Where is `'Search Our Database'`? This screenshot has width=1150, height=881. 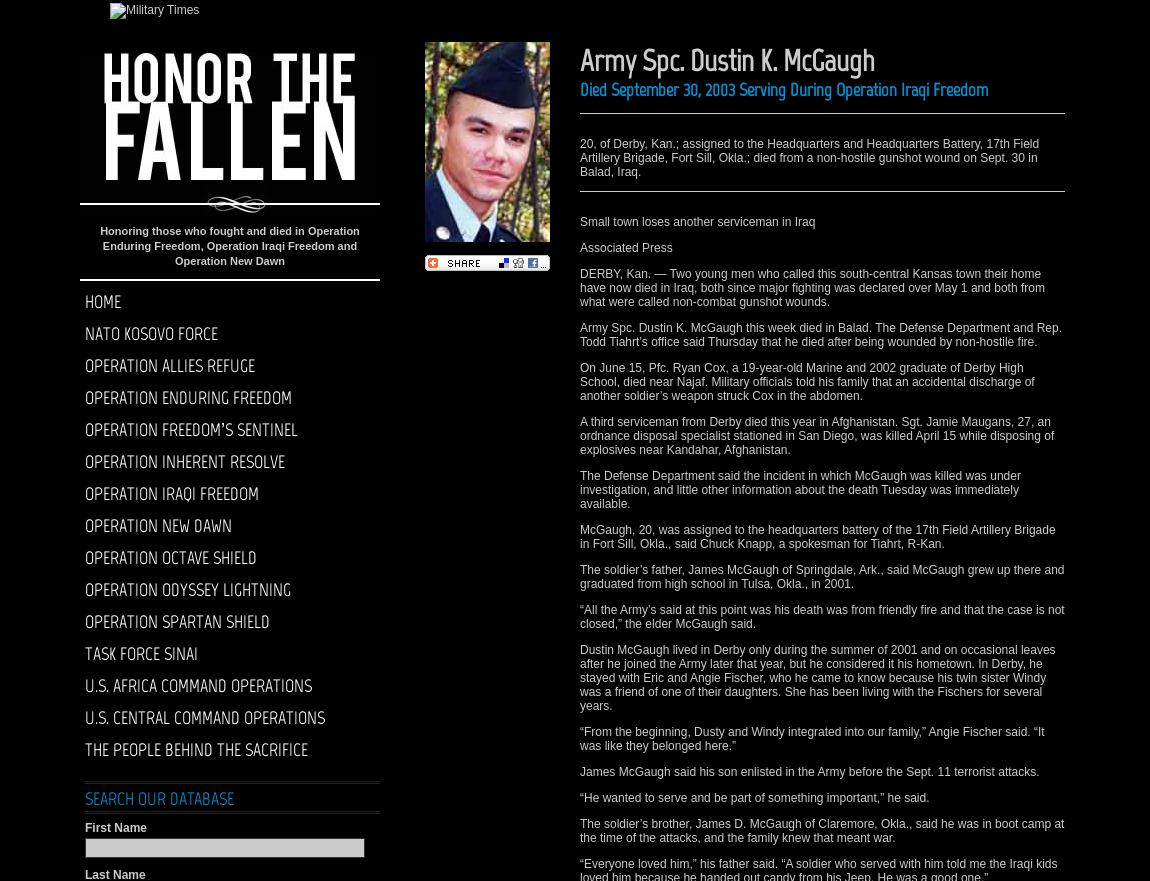
'Search Our Database' is located at coordinates (158, 798).